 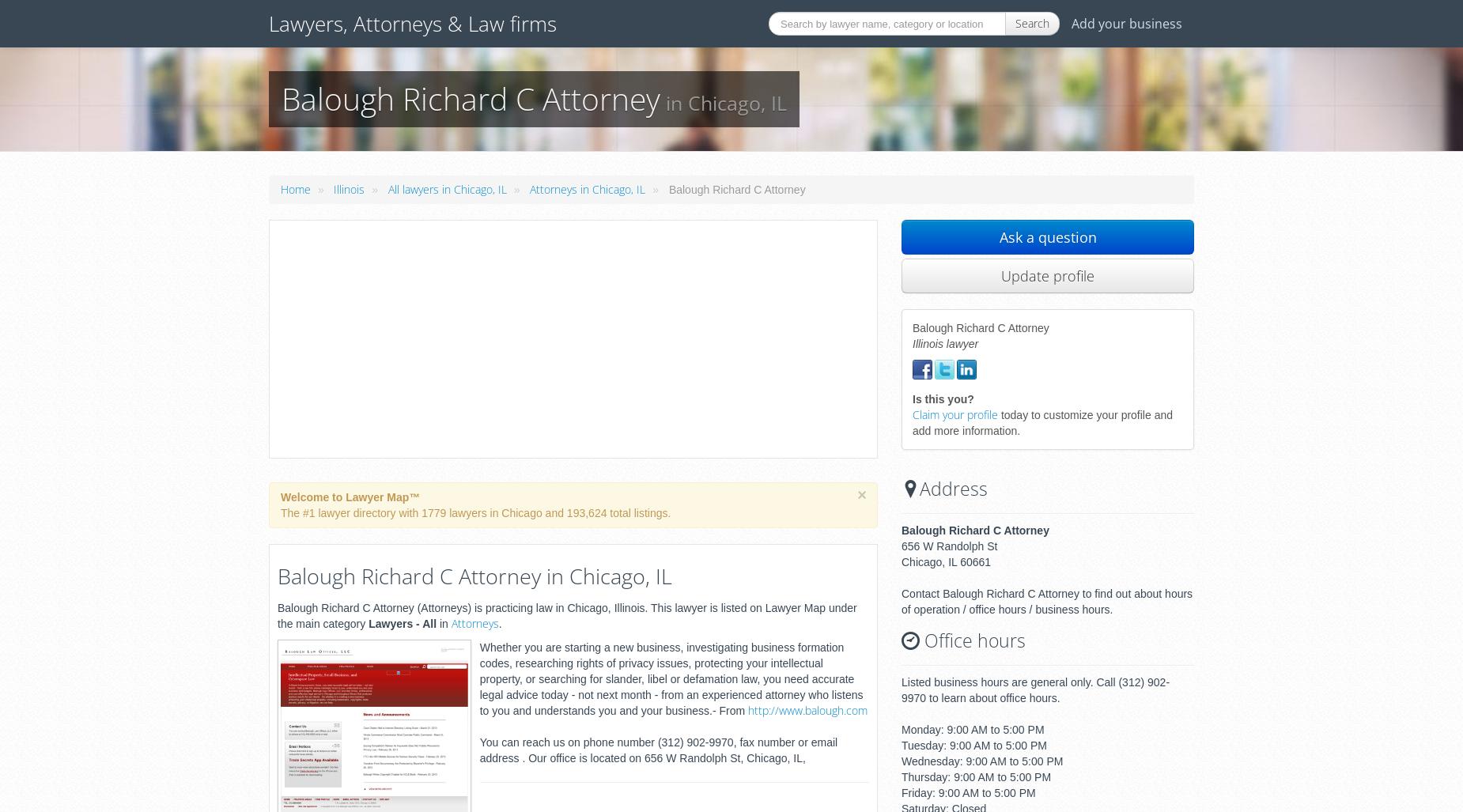 I want to click on 'Whether you are starting a new business, investigating business formation codes, researching rights of privacy issues, protecting your intellectual property, or searching for slander, libel or defamation law, you need accurate legal advice today - not next month - from an experienced attorney who listens to you and understands you and your business.- From', so click(x=671, y=677).